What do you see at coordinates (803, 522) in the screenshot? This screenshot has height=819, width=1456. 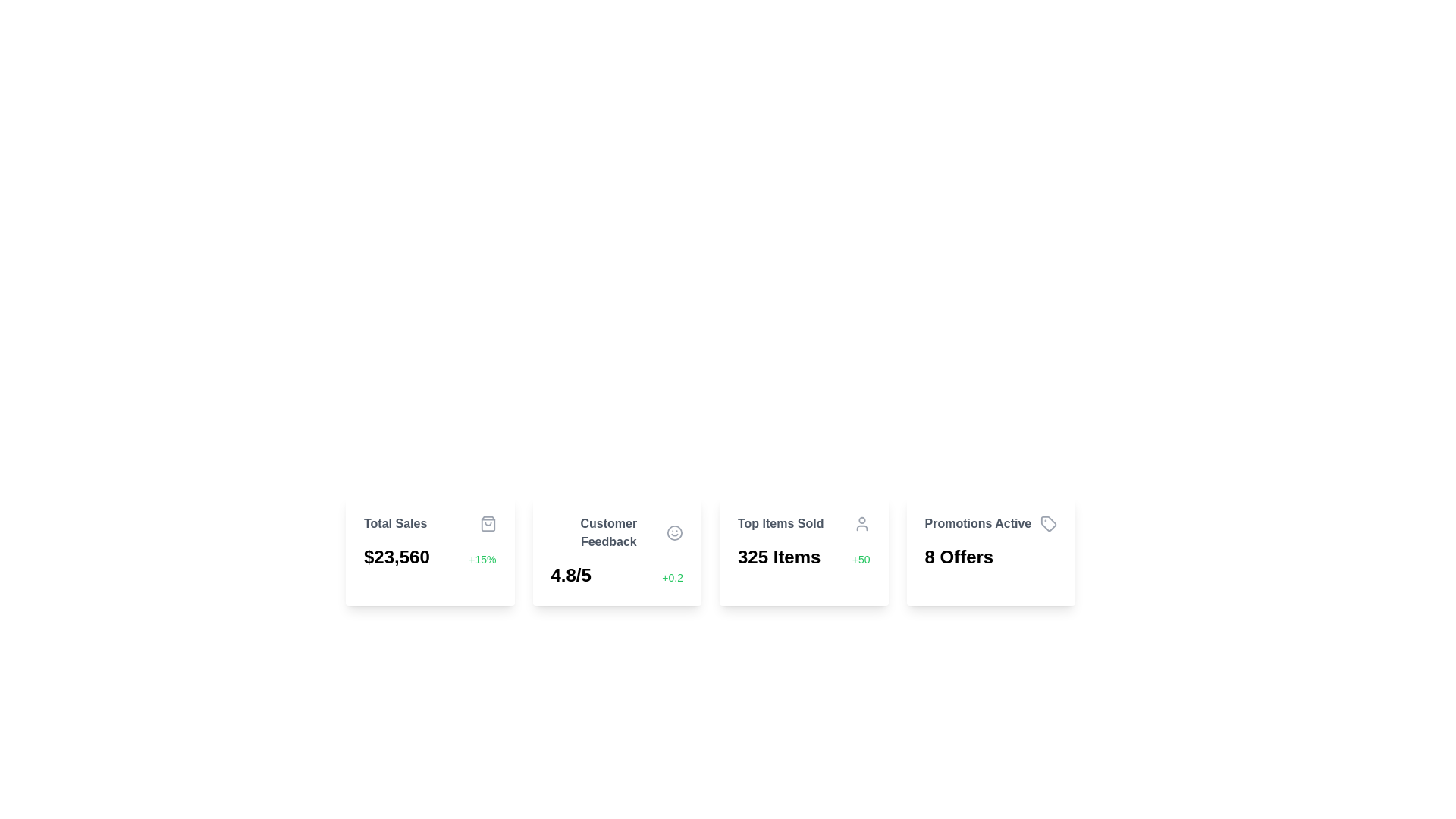 I see `the Card Header, which serves as the title for the card containing top items sold, positioned at the top of the card section` at bounding box center [803, 522].